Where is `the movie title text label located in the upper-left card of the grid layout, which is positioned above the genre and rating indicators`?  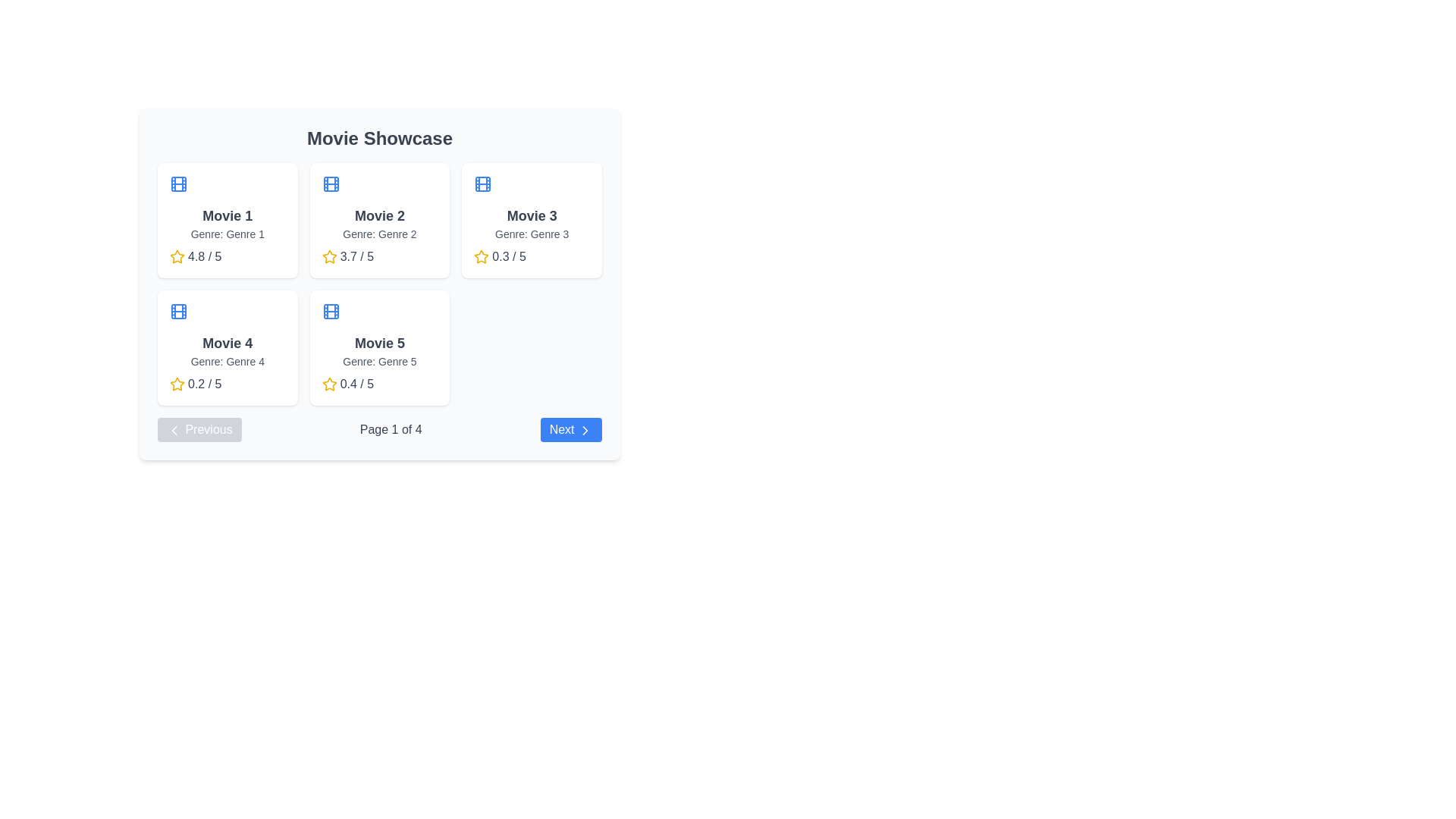
the movie title text label located in the upper-left card of the grid layout, which is positioned above the genre and rating indicators is located at coordinates (227, 216).